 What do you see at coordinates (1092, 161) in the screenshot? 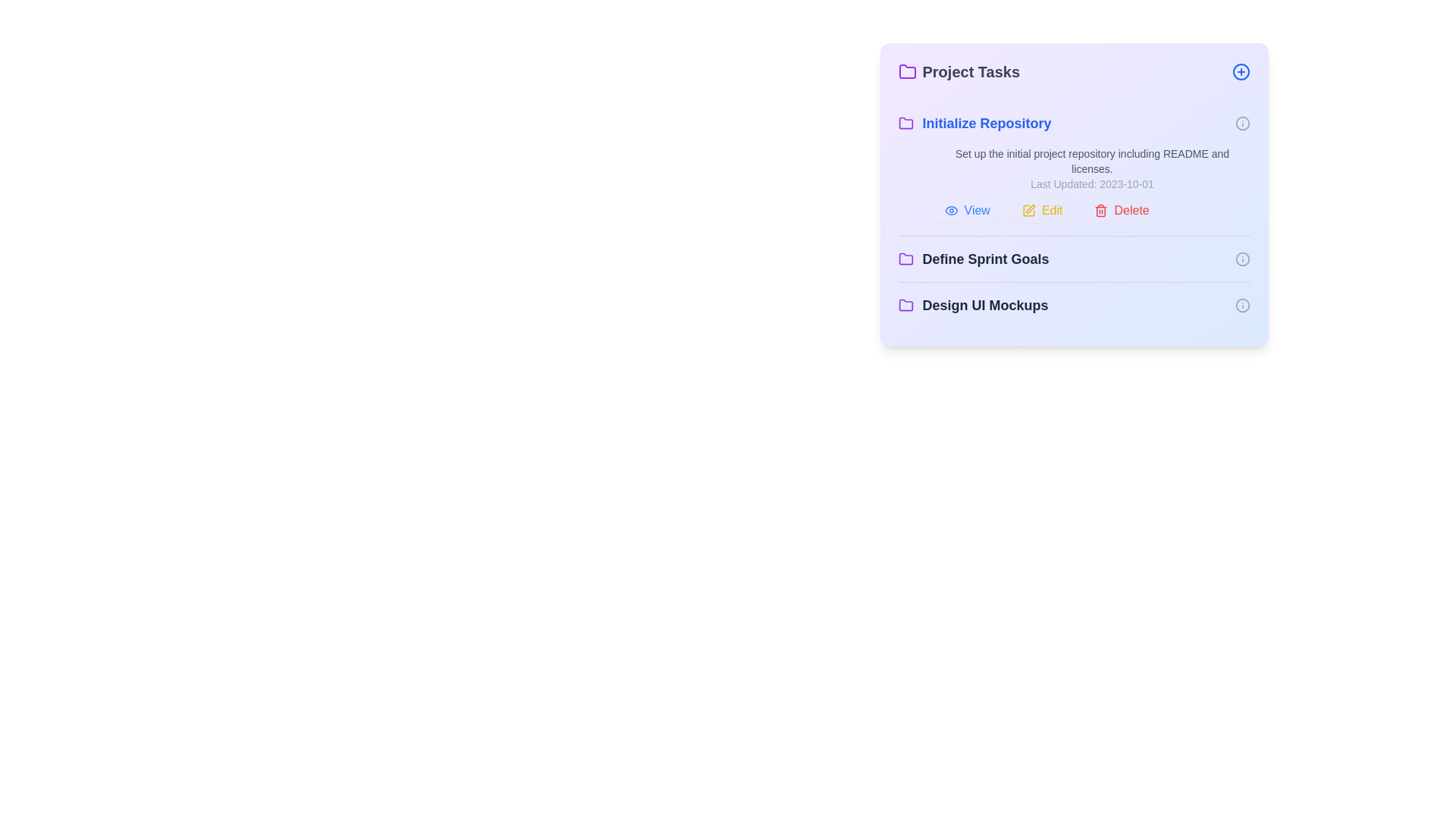
I see `the descriptive text that provides details about initializing a project repository, located below the 'Initialize Repository' text in the 'Project Tasks' panel` at bounding box center [1092, 161].